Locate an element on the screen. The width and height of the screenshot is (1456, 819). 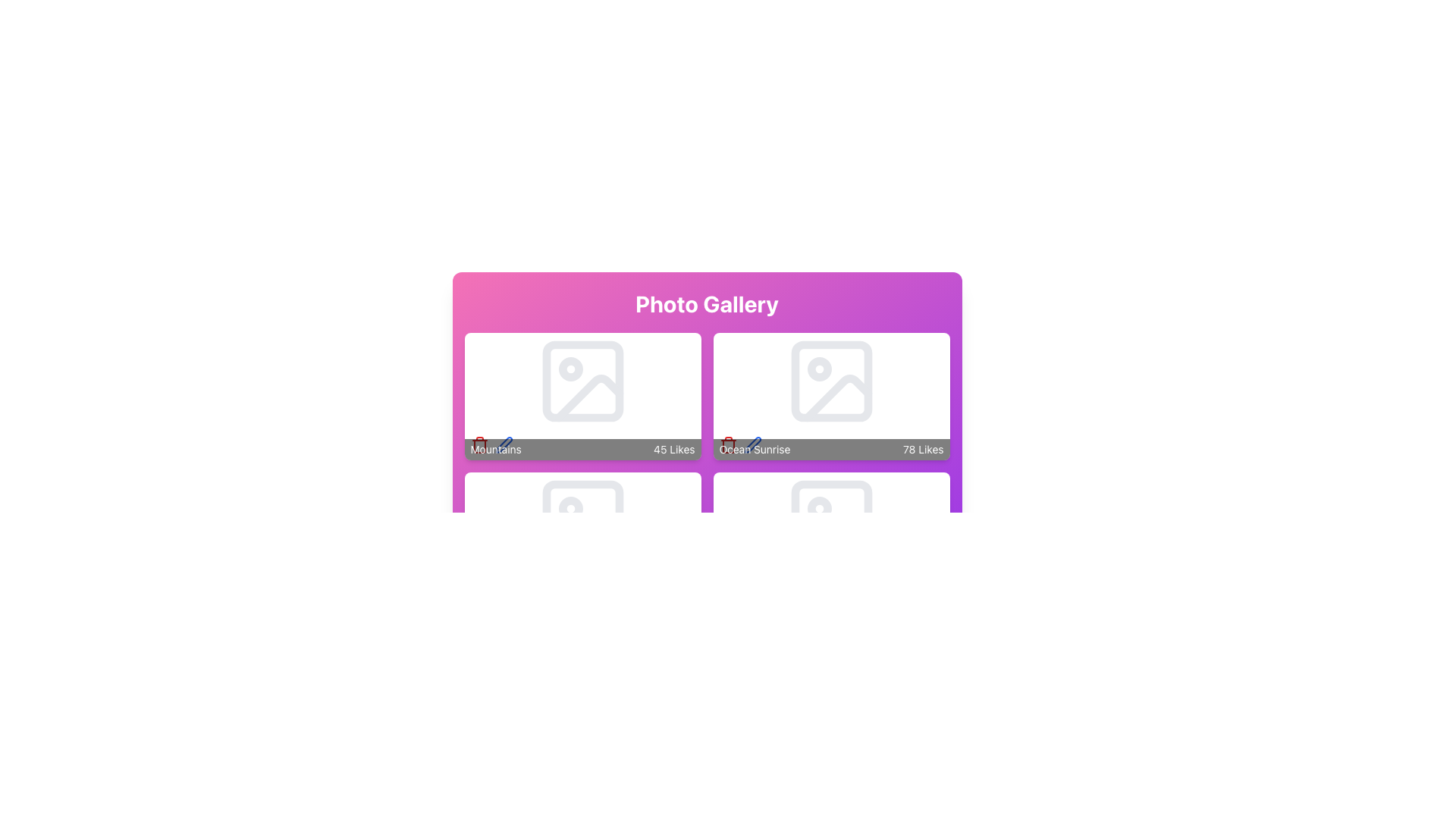
the small circular element located within the rectangular graphic placeholder in the top left quadrant of the layout is located at coordinates (570, 369).